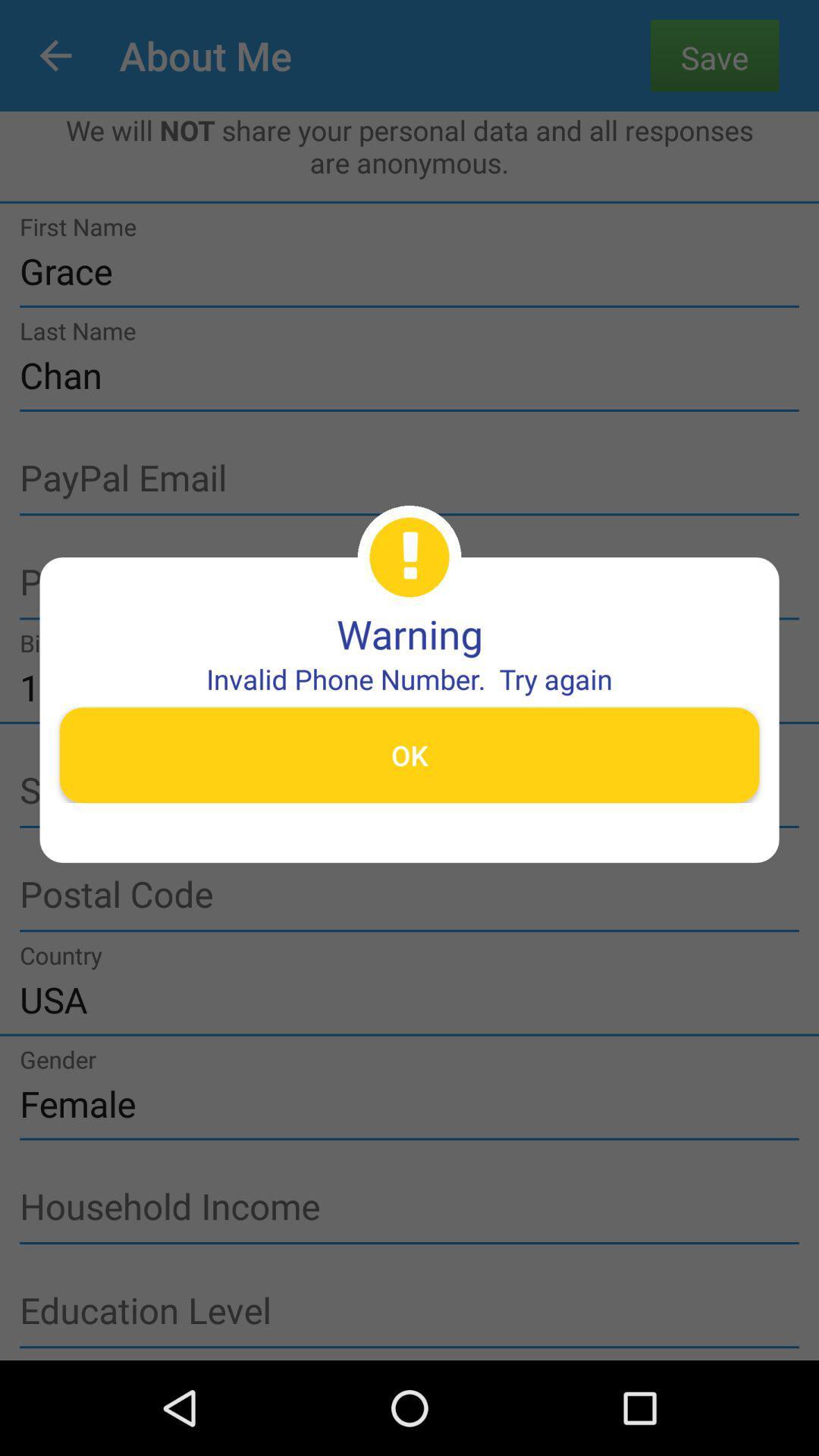 The width and height of the screenshot is (819, 1456). Describe the element at coordinates (409, 755) in the screenshot. I see `the item below the invalid phone number item` at that location.